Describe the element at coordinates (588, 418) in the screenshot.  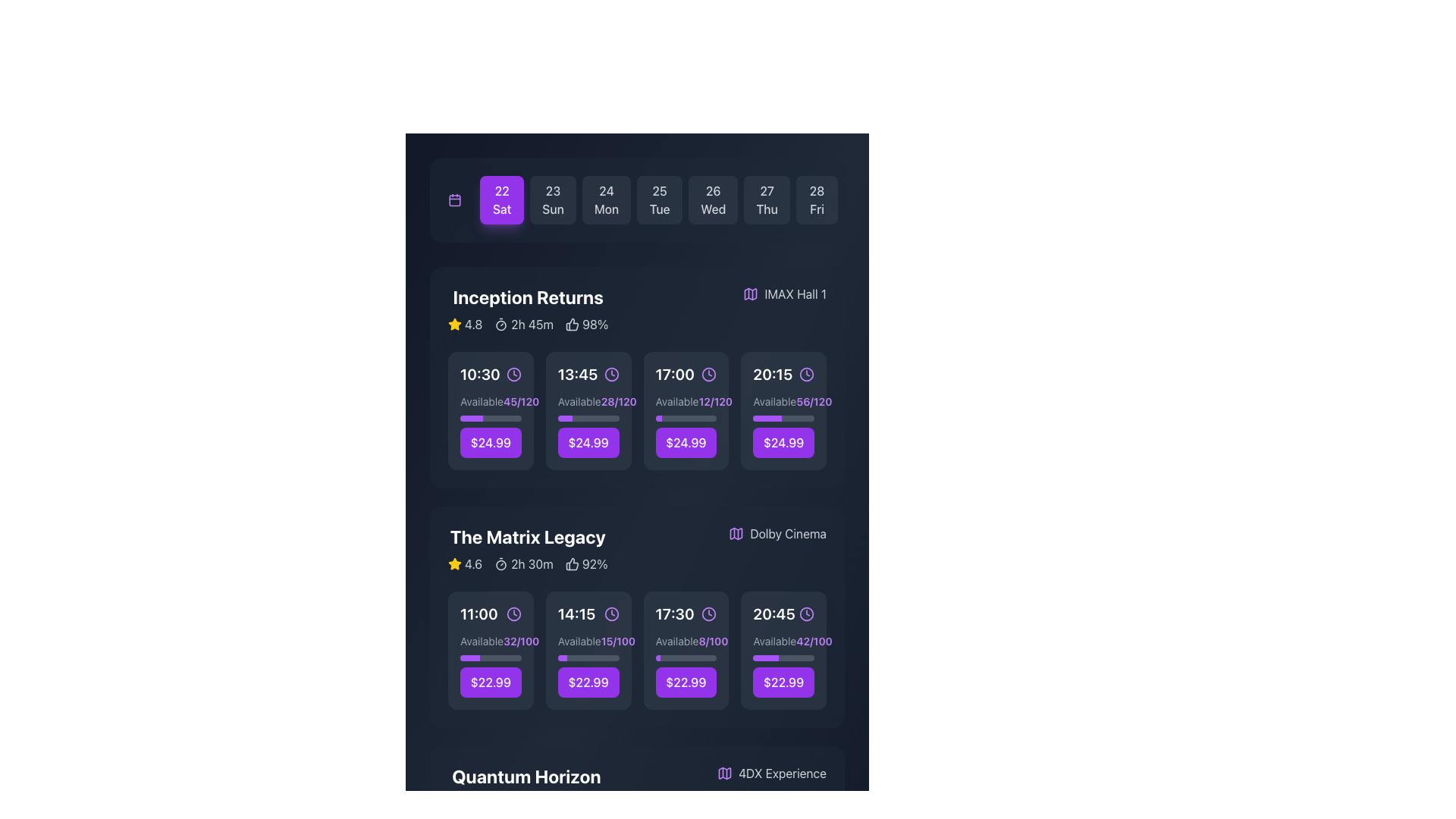
I see `the horizontal progress bar with a gray background and a purple portion, located below the text 'Available 28/120' and above the button displaying '$24.99'` at that location.